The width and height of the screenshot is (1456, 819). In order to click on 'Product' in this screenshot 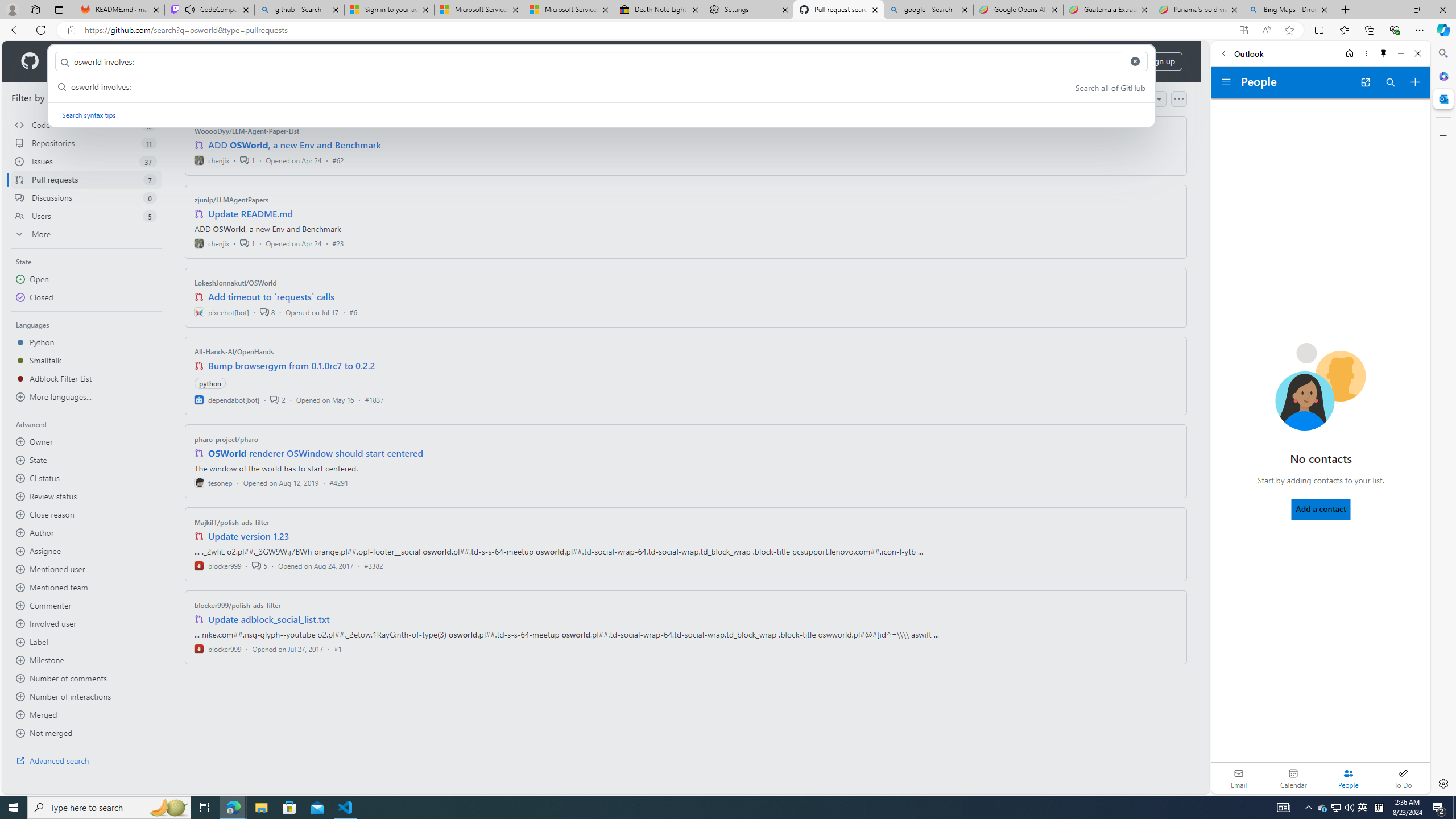, I will do `click(74, 61)`.